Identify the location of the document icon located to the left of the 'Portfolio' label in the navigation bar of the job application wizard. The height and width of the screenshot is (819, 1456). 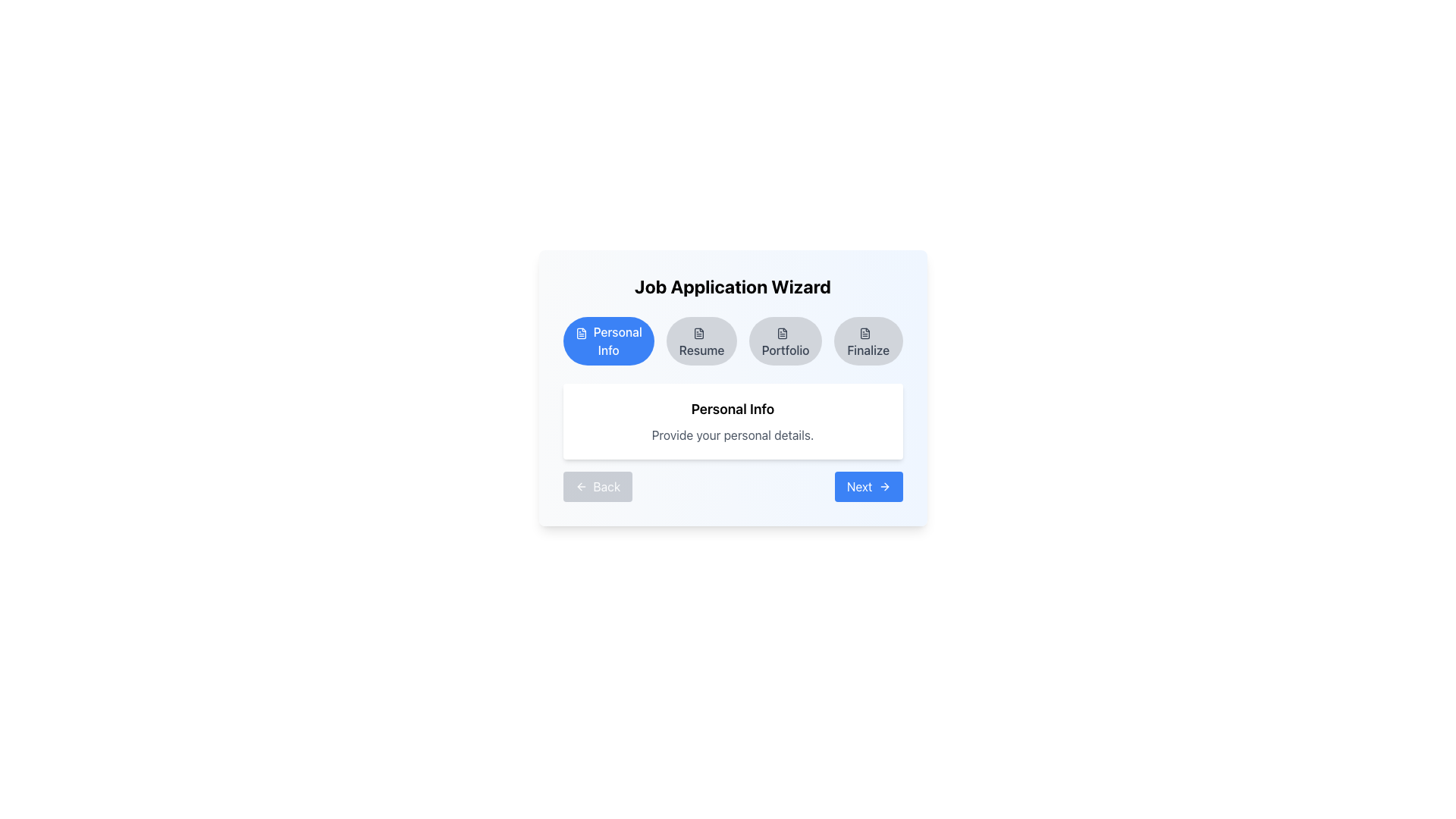
(783, 332).